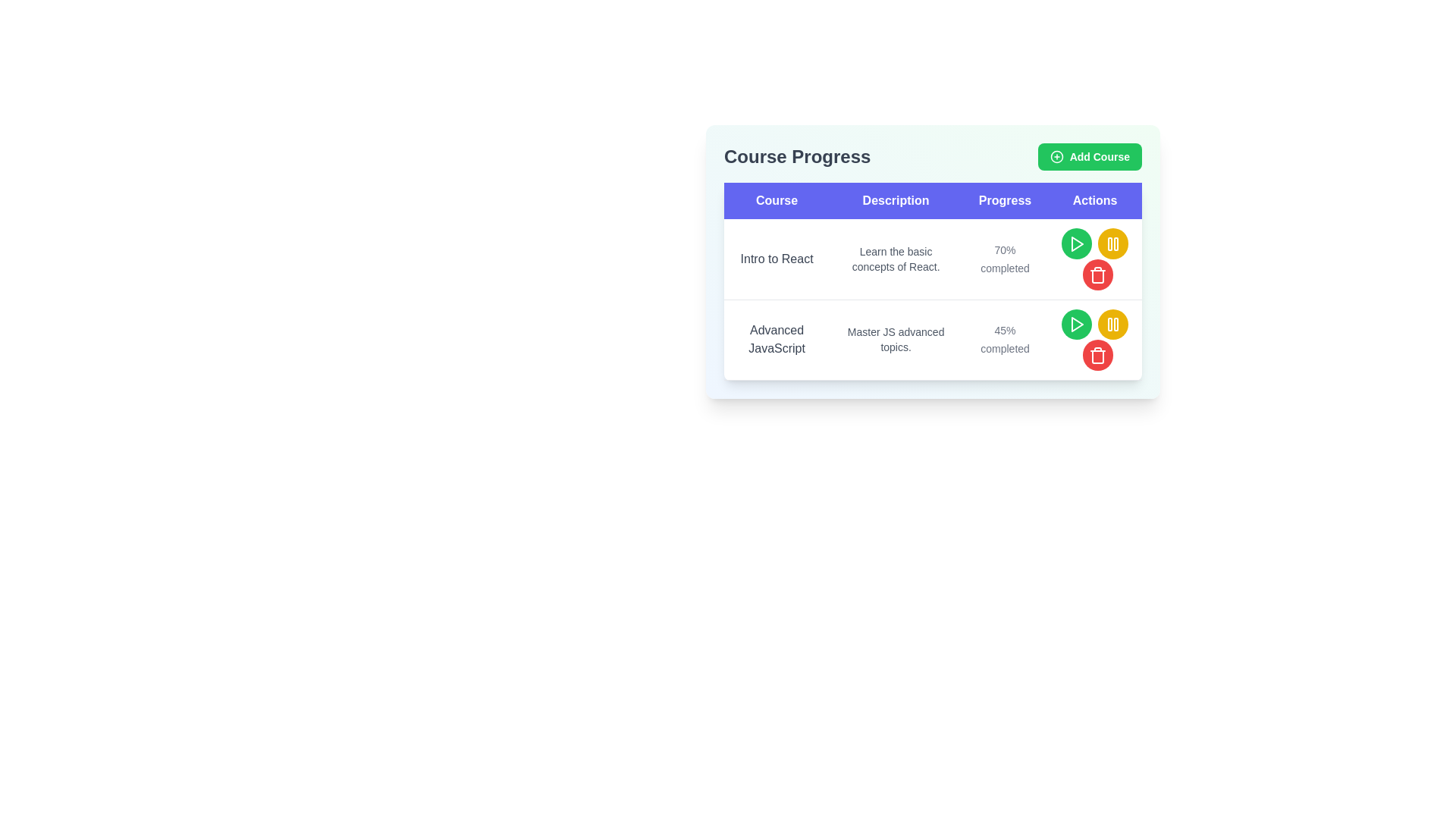 This screenshot has width=1456, height=819. What do you see at coordinates (1005, 259) in the screenshot?
I see `the progress indicator displaying '70% completed' in the 'Progress' column of the table for the 'Intro to React' course, which features a blue-filled progress bar` at bounding box center [1005, 259].